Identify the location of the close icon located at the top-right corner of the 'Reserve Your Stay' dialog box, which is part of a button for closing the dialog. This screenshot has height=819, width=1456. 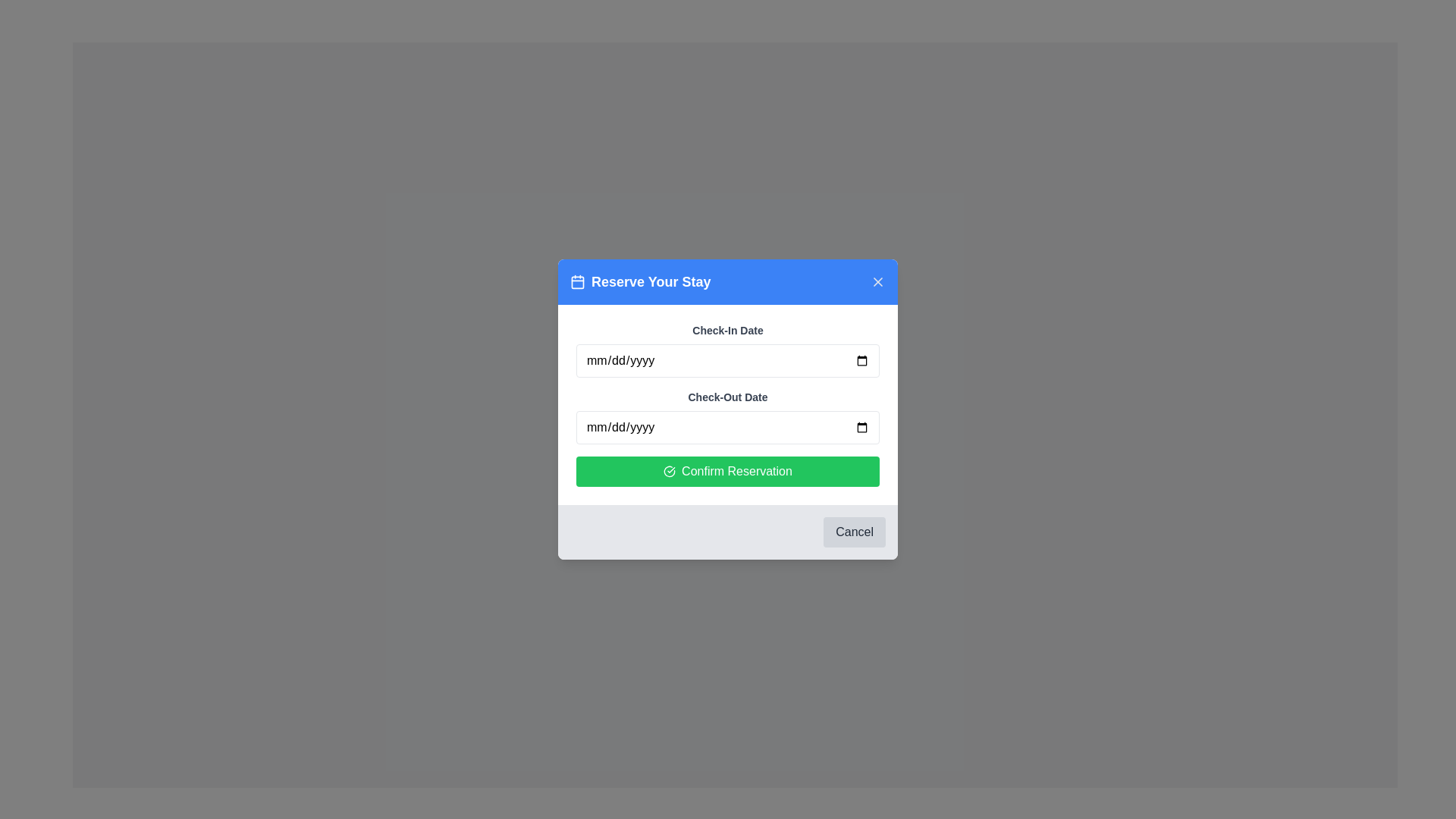
(877, 281).